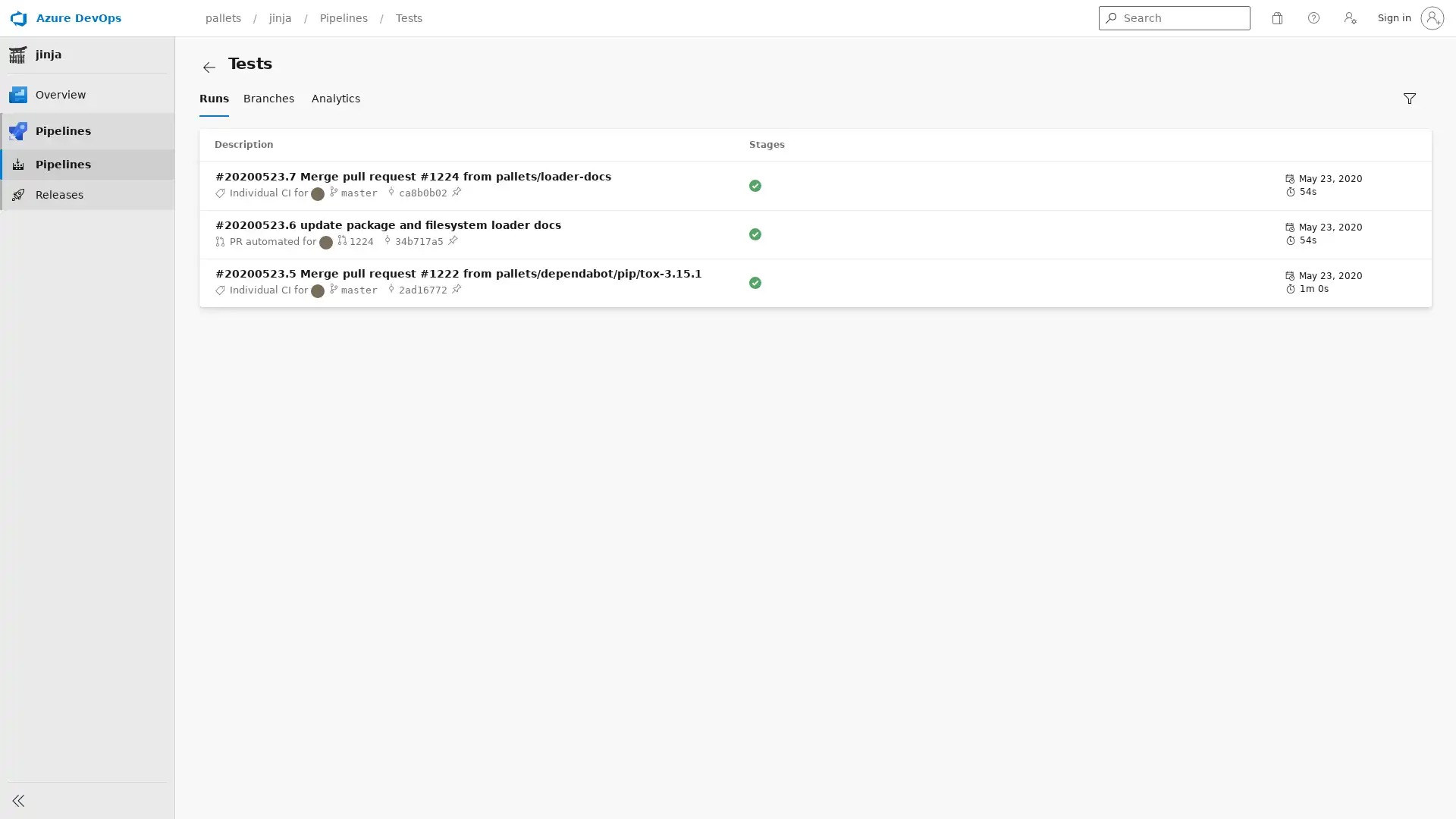  Describe the element at coordinates (1110, 17) in the screenshot. I see `Get search results` at that location.